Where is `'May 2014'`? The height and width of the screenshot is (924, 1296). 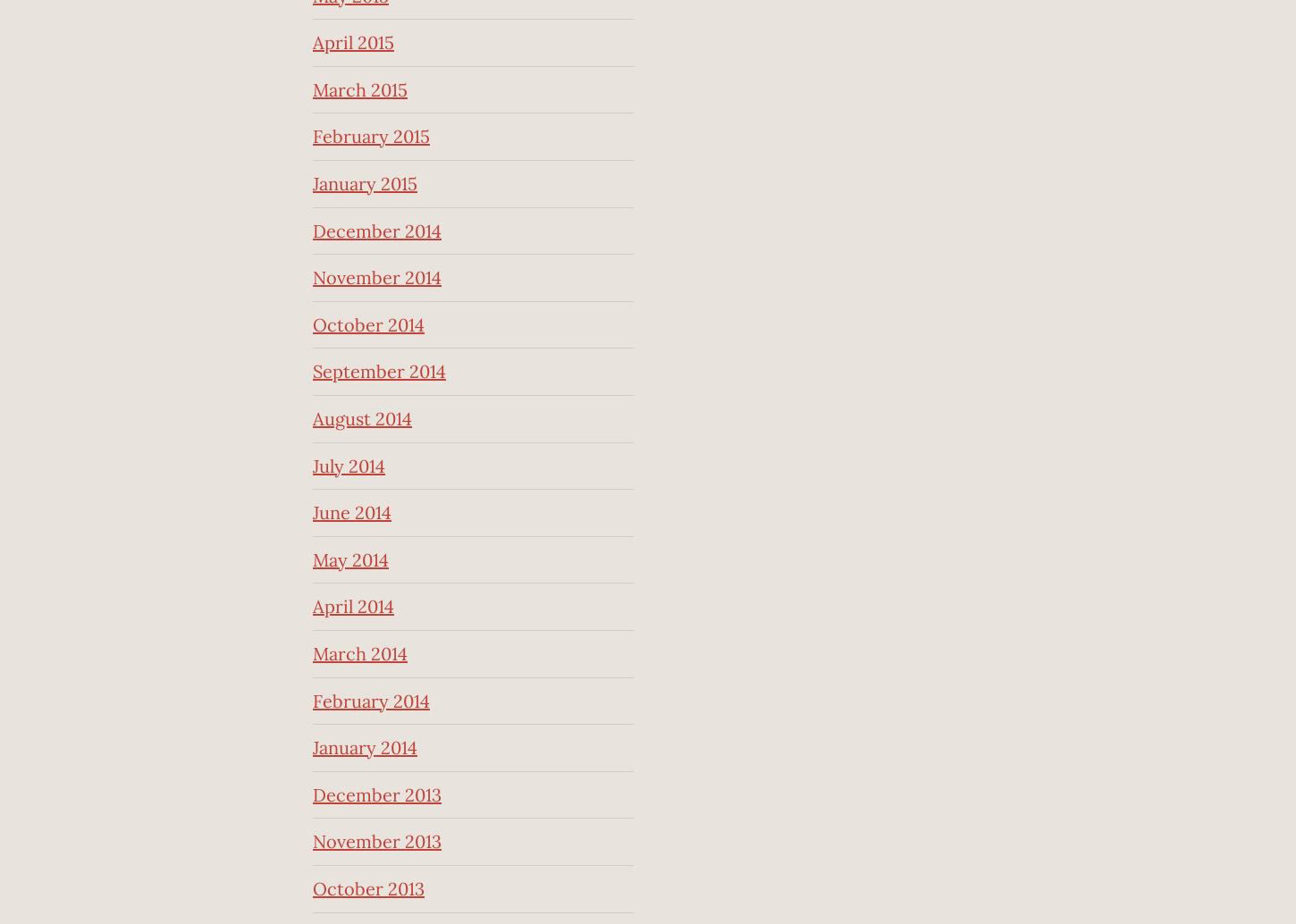 'May 2014' is located at coordinates (349, 559).